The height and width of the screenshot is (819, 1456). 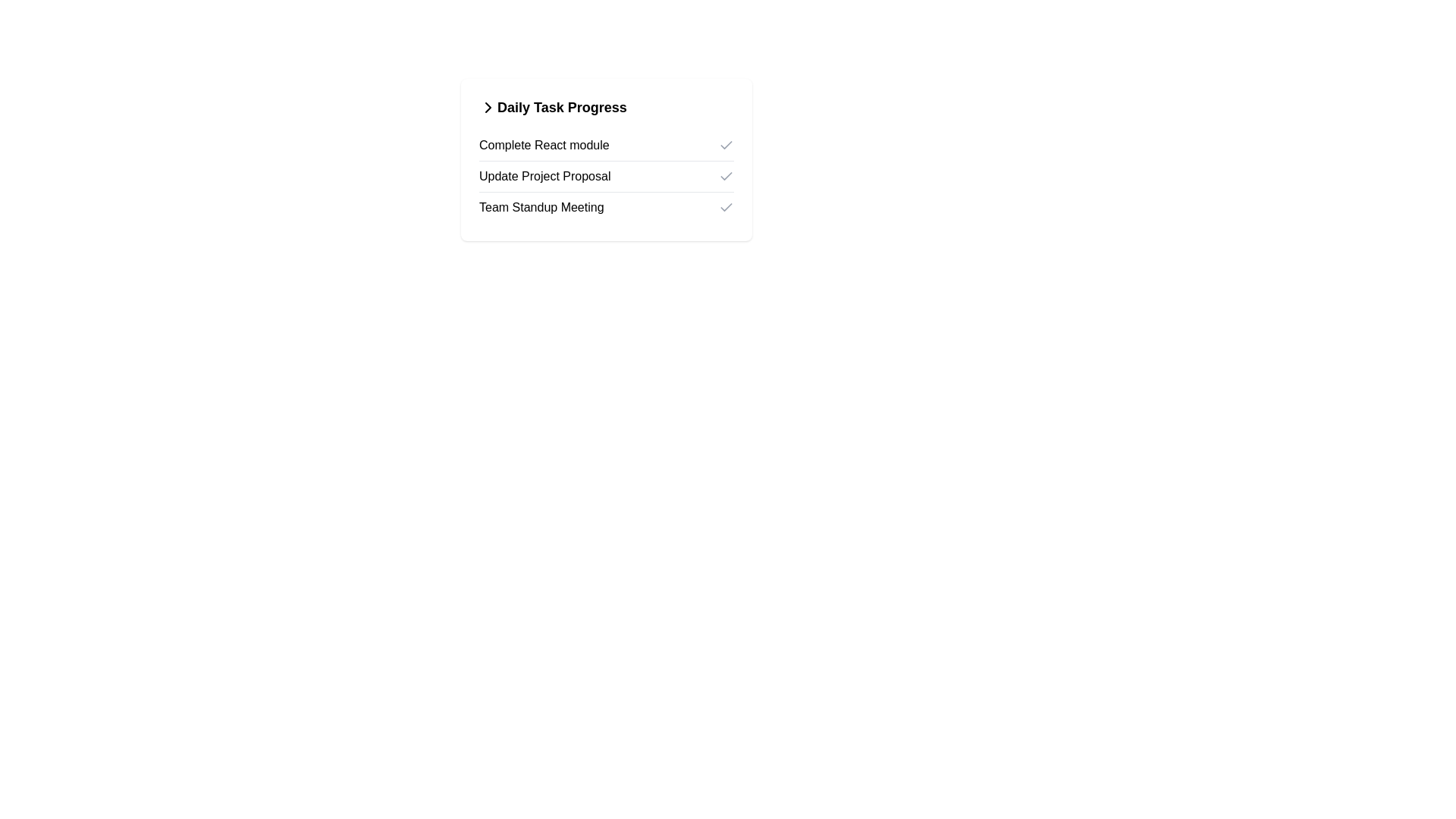 I want to click on the Check Mark icon that confirms the completion of the 'Update Project Proposal' task, so click(x=726, y=175).